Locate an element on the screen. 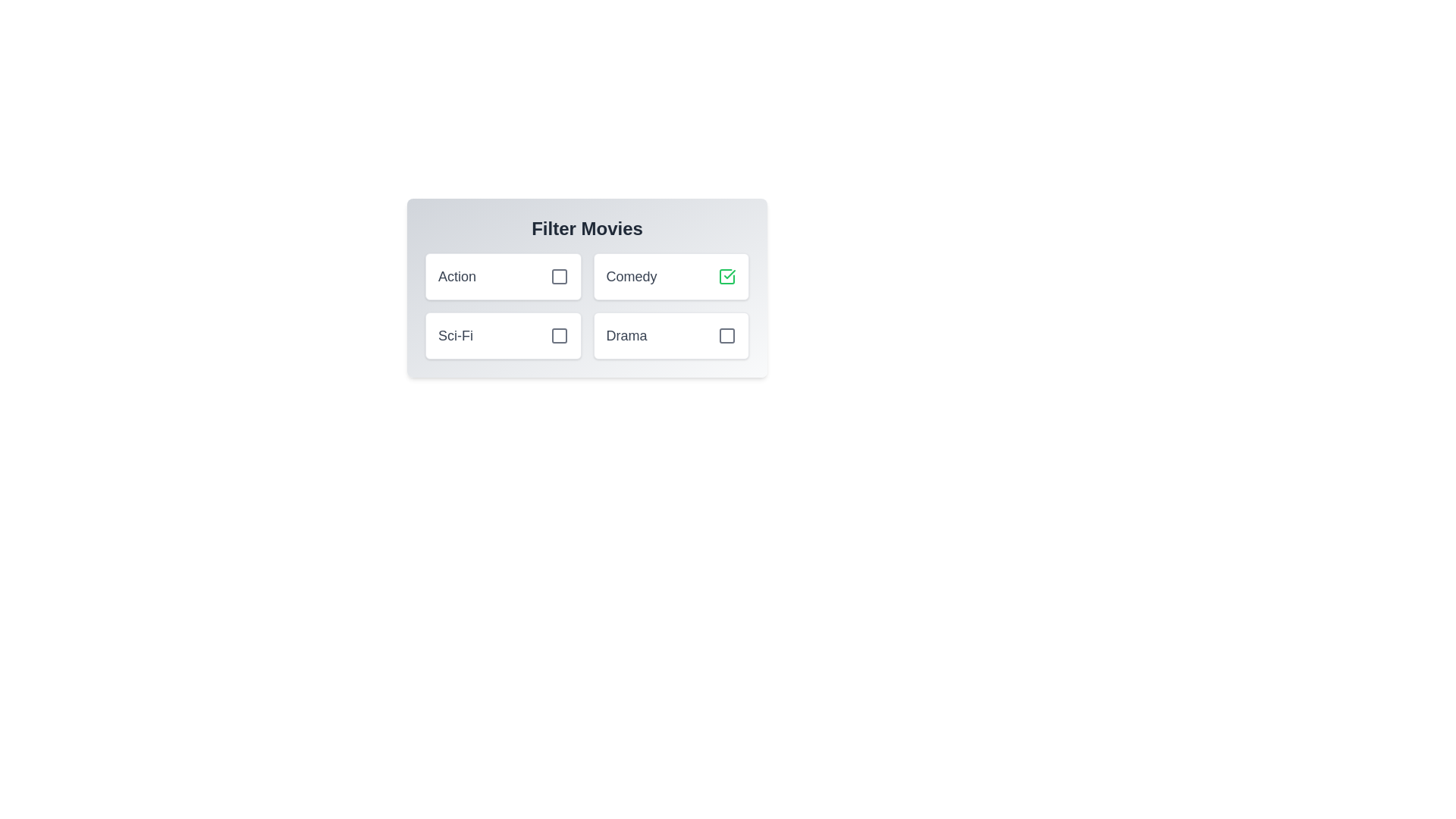 The image size is (1456, 819). the genre Sci-Fi is located at coordinates (558, 335).